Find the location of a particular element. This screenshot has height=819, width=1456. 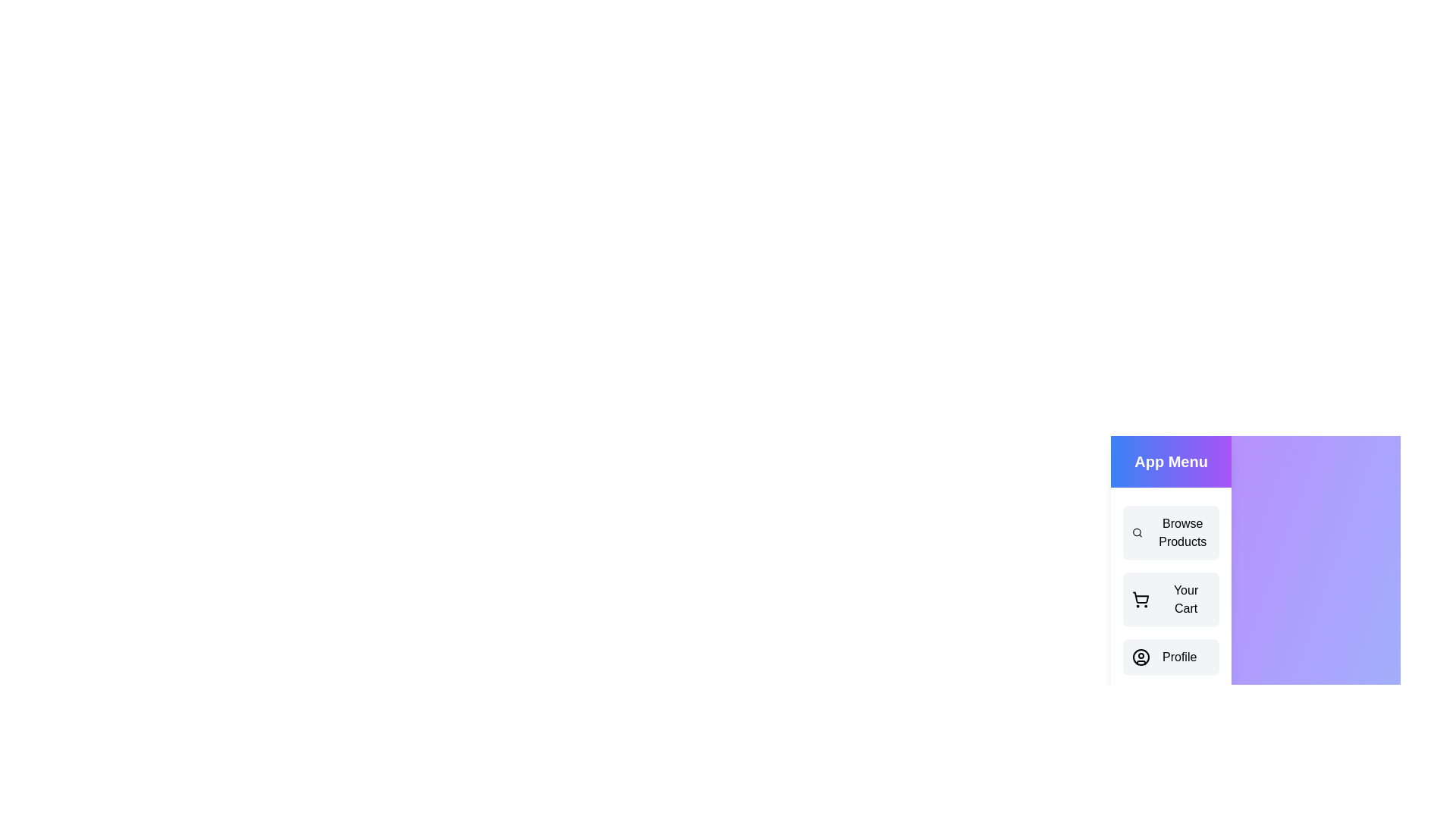

the menu item Browse Products to observe the hover effect is located at coordinates (1170, 532).